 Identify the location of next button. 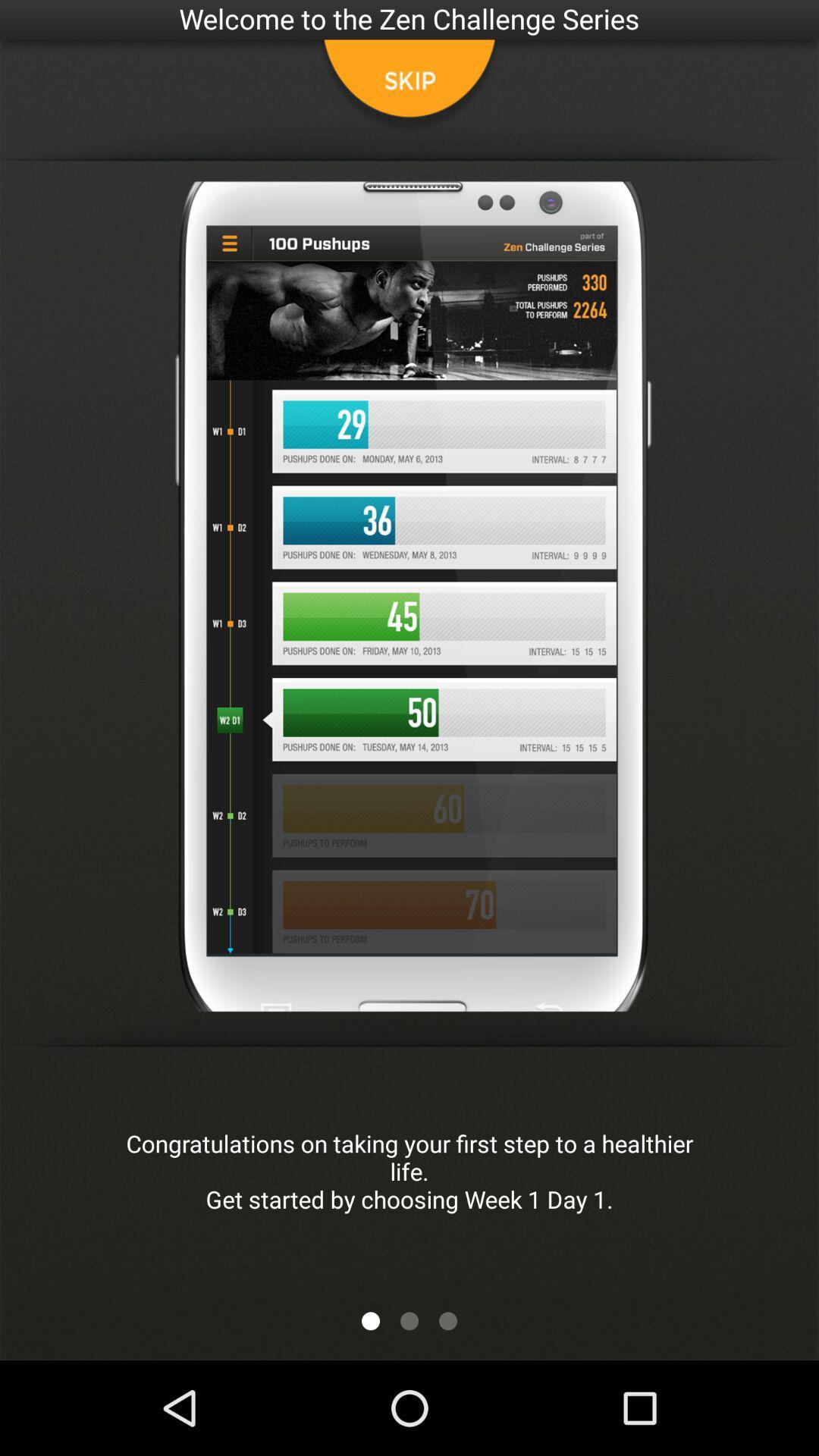
(409, 1320).